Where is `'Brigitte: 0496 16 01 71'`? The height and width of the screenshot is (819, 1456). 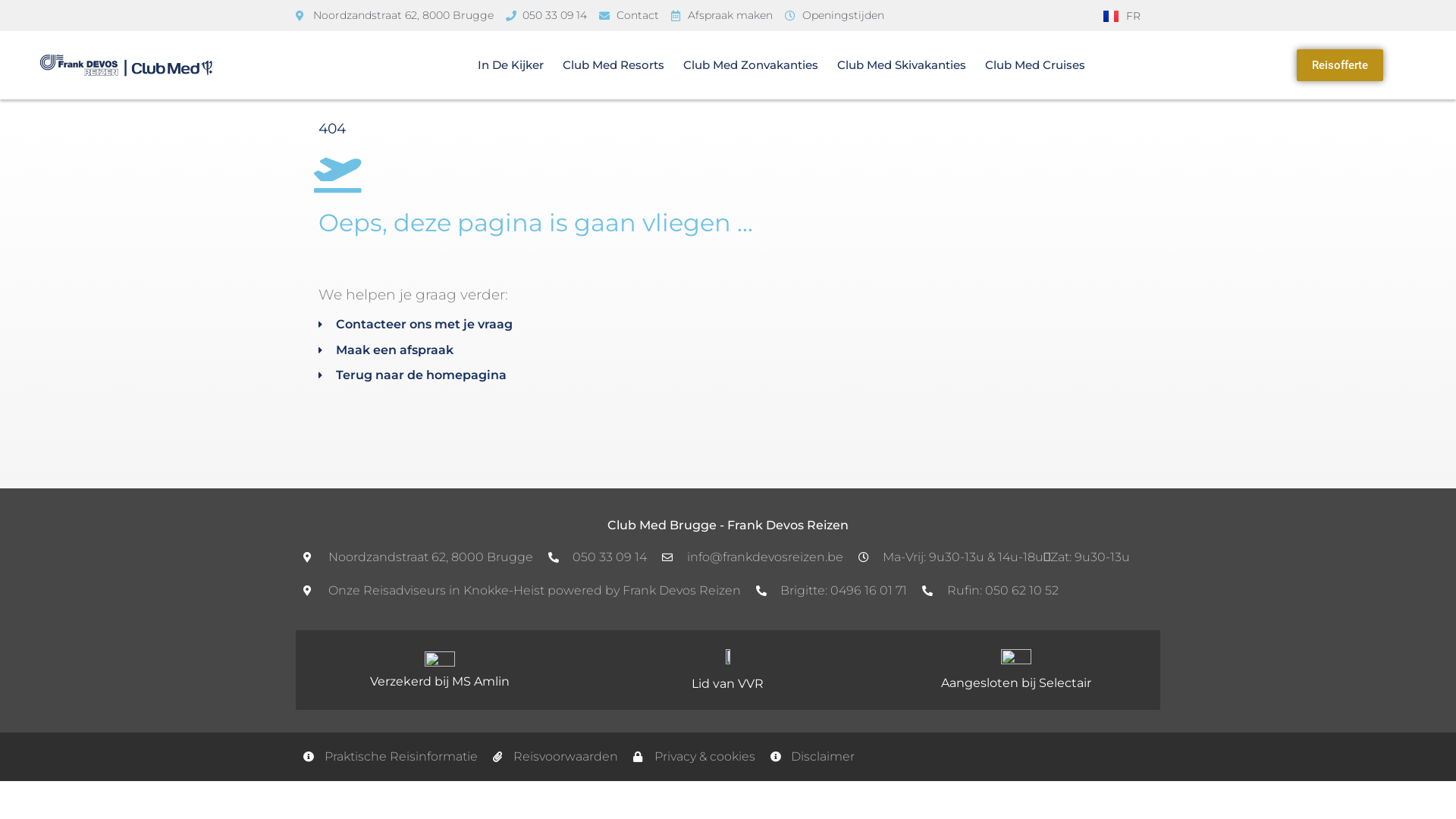
'Brigitte: 0496 16 01 71' is located at coordinates (830, 590).